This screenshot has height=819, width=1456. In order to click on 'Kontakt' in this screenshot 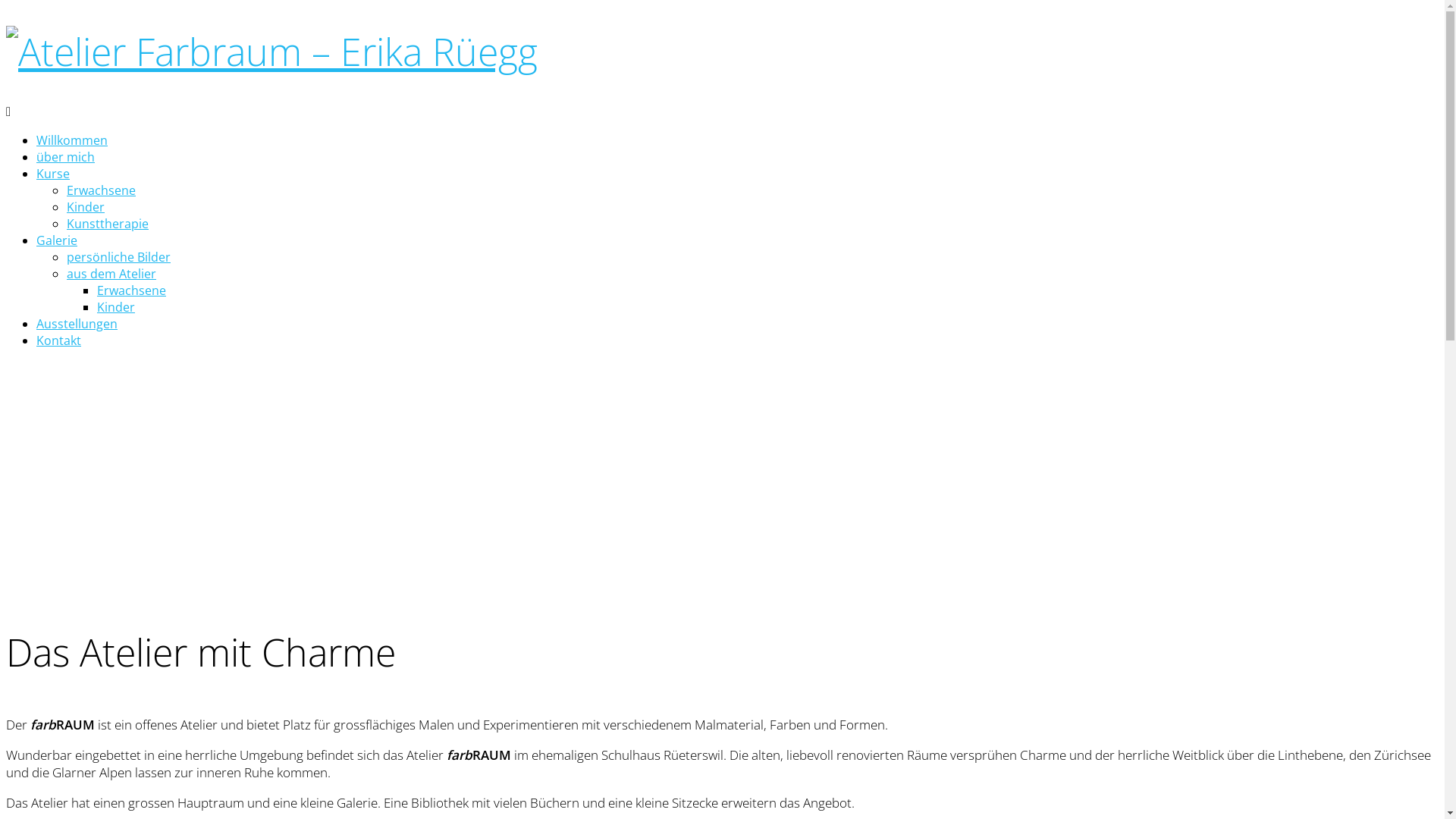, I will do `click(36, 339)`.